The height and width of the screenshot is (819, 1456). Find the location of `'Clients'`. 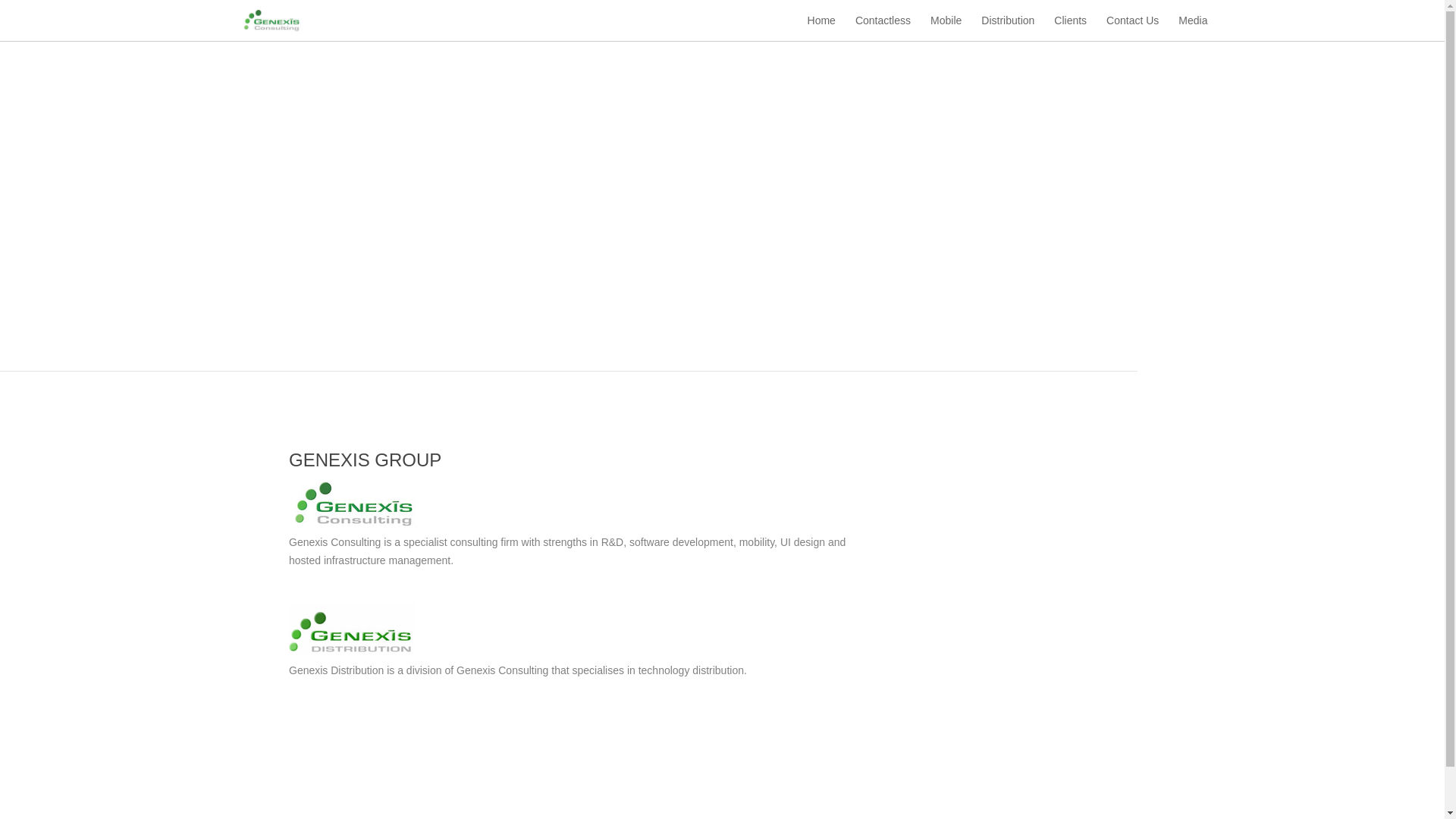

'Clients' is located at coordinates (1069, 28).